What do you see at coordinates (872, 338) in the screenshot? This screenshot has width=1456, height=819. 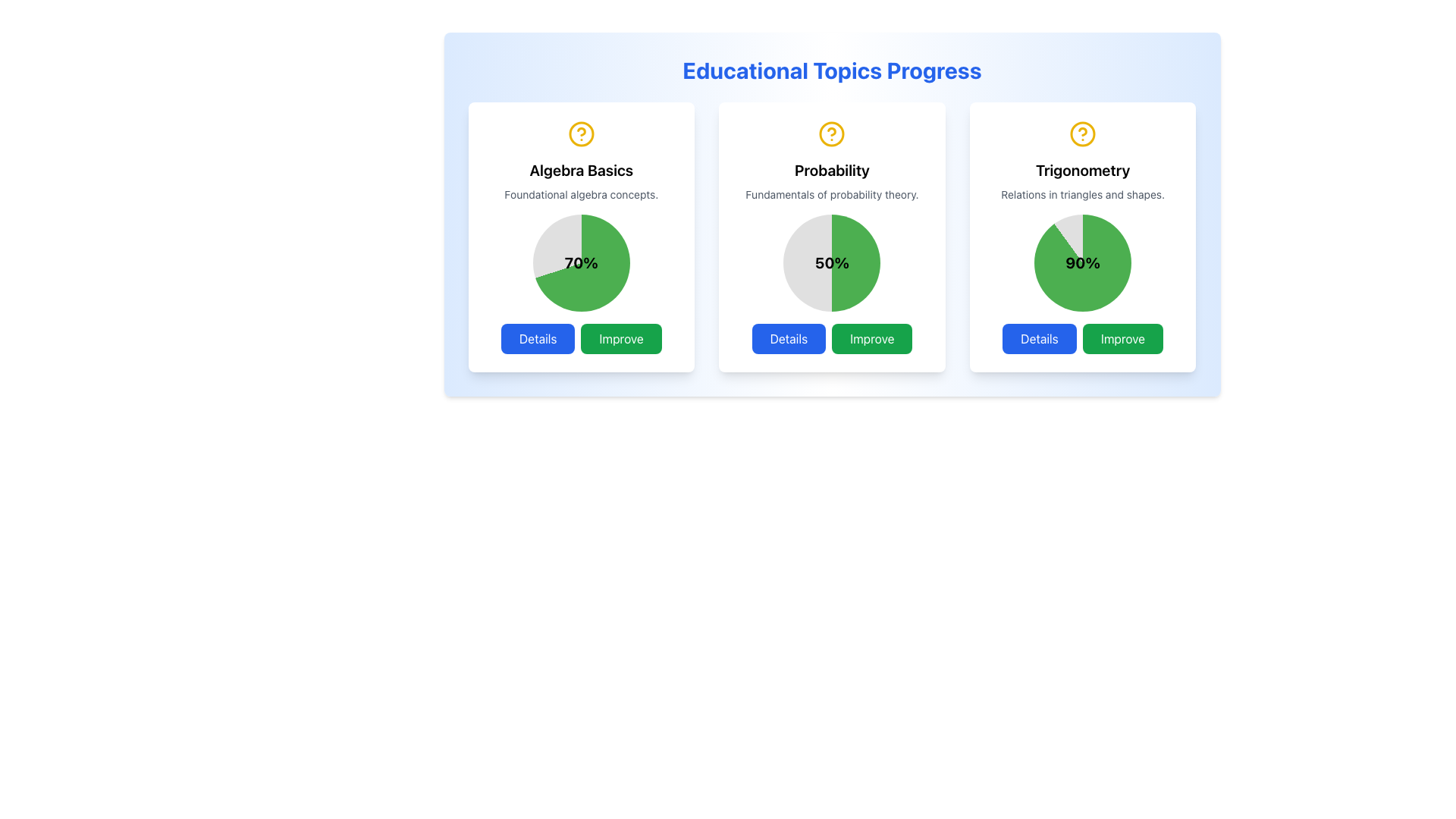 I see `the second button in the lower section of the 'Probability' card, which is located to the right of the 'Details' button, to initiate actions or navigation for improving knowledge in the 'Probability' topic` at bounding box center [872, 338].